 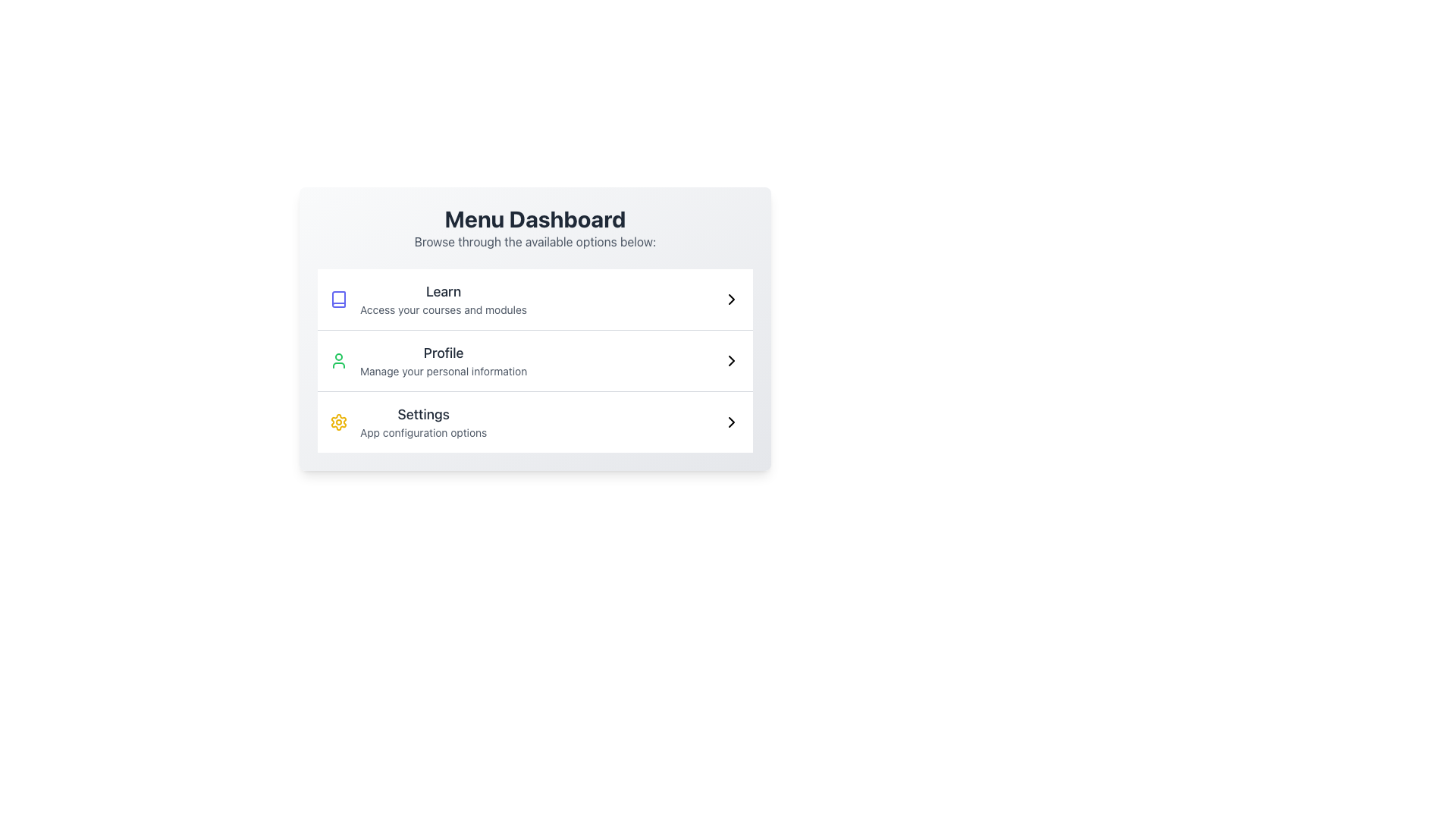 I want to click on the text label displaying 'Learn' in bold black color, which is positioned at the top of the first menu option in the dashboard, so click(x=443, y=292).